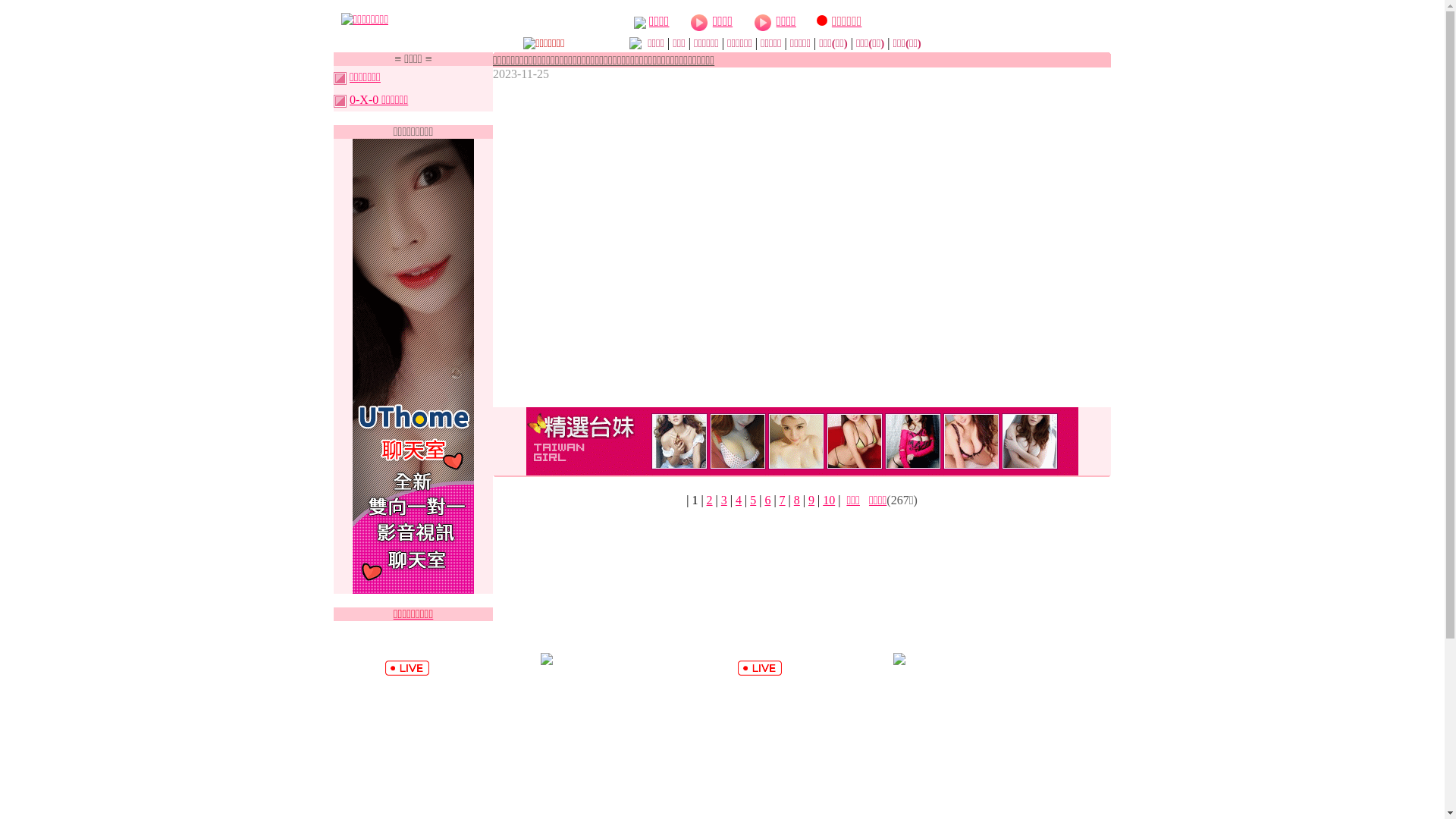  Describe the element at coordinates (723, 500) in the screenshot. I see `'3'` at that location.